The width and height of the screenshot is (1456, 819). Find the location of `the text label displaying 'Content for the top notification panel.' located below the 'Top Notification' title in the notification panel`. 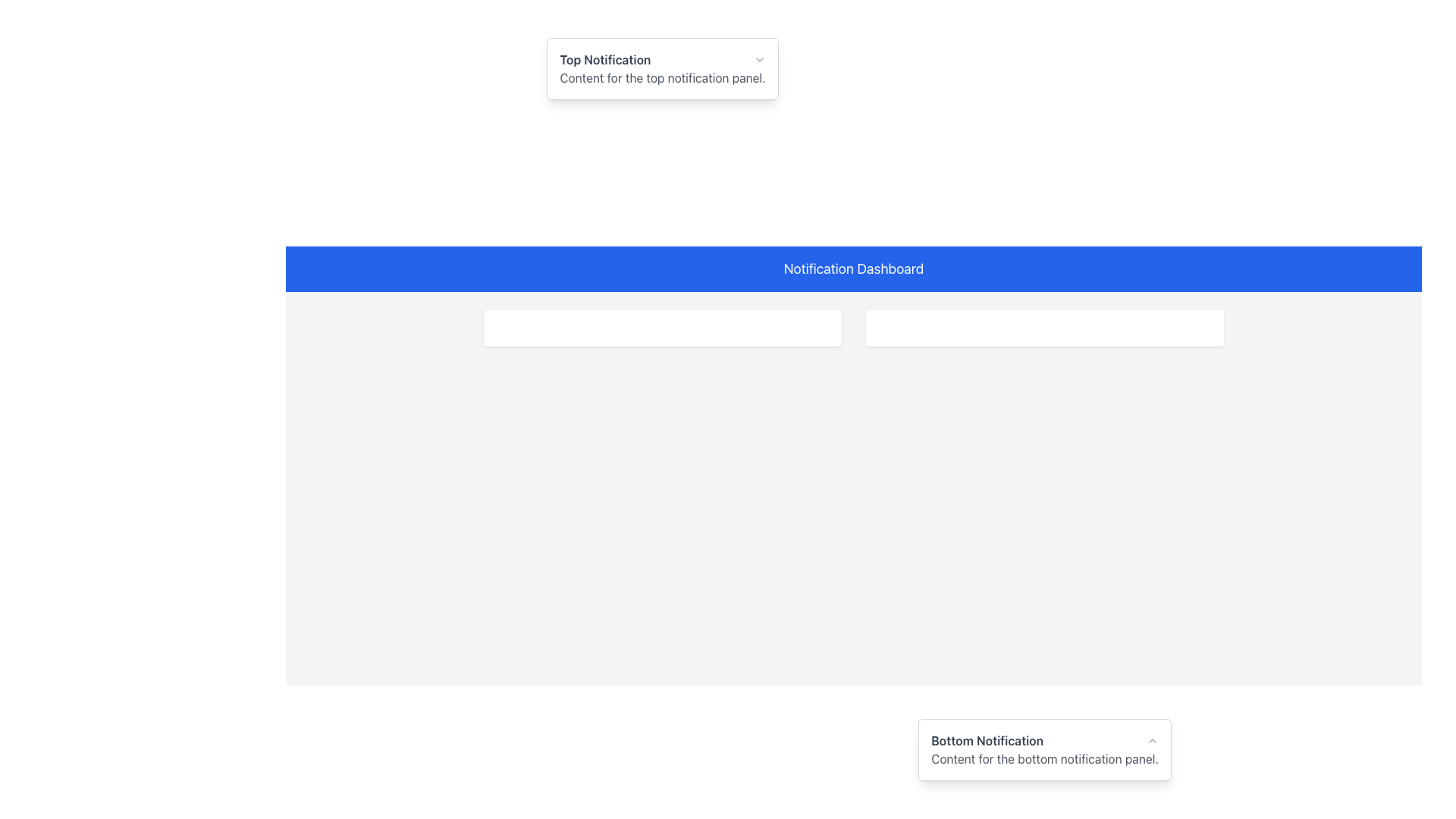

the text label displaying 'Content for the top notification panel.' located below the 'Top Notification' title in the notification panel is located at coordinates (662, 78).